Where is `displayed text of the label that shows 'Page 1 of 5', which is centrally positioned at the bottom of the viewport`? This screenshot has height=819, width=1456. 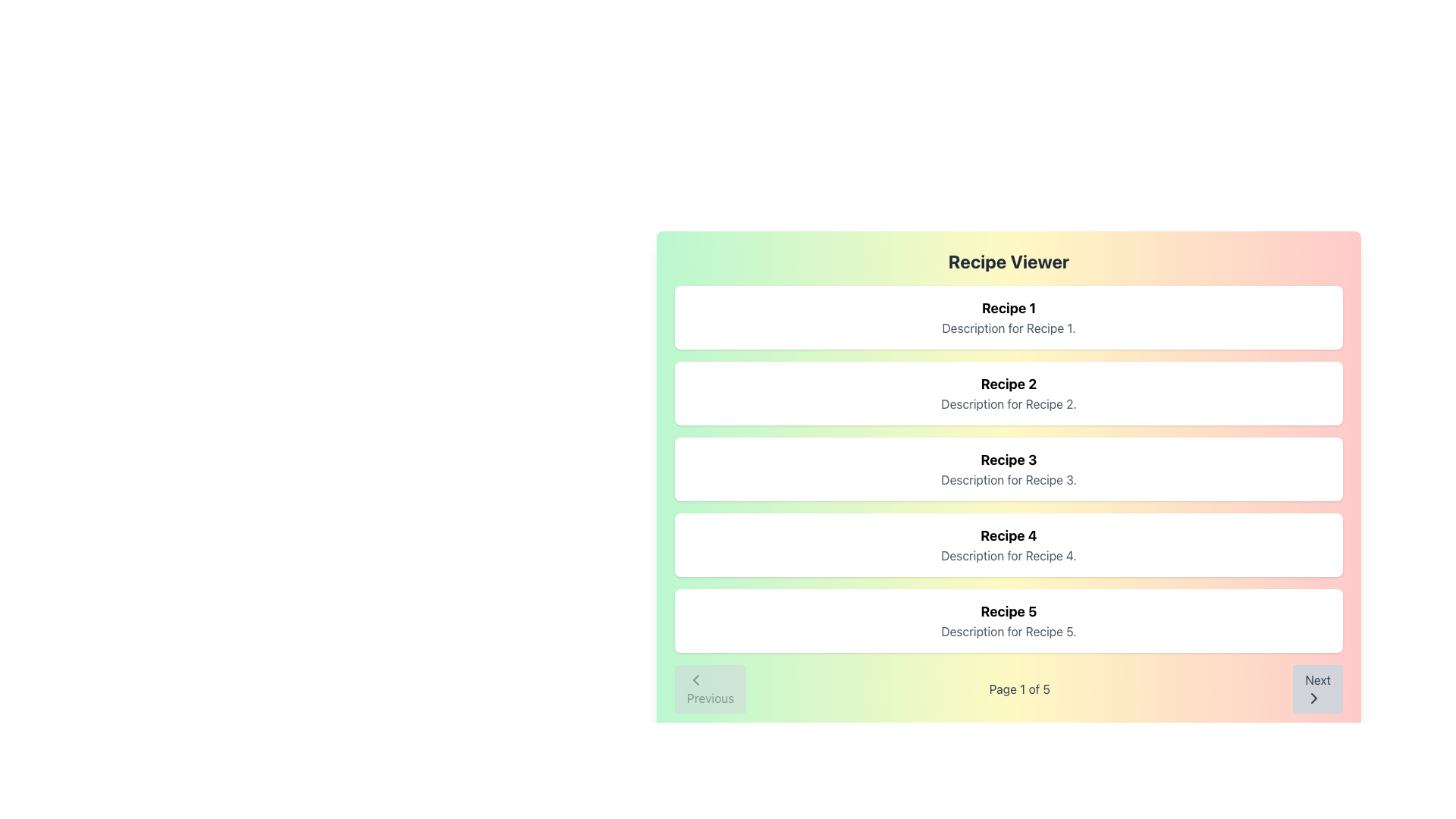 displayed text of the label that shows 'Page 1 of 5', which is centrally positioned at the bottom of the viewport is located at coordinates (1019, 689).